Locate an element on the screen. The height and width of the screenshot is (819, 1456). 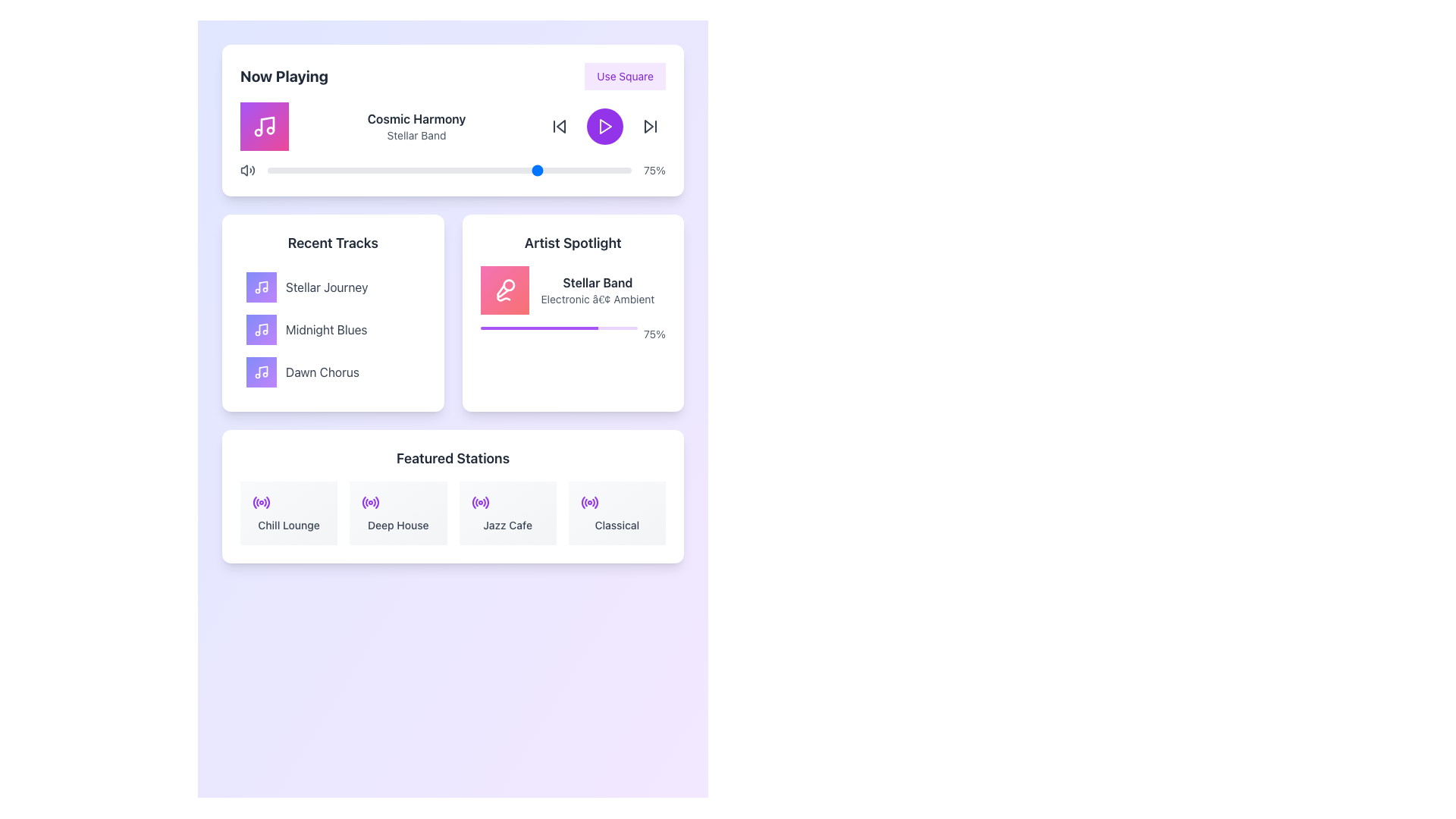
the outer arc of the circle icon representing 'Jazz Cafe' in the 'Featured Stations' section to understand its meaning is located at coordinates (472, 503).